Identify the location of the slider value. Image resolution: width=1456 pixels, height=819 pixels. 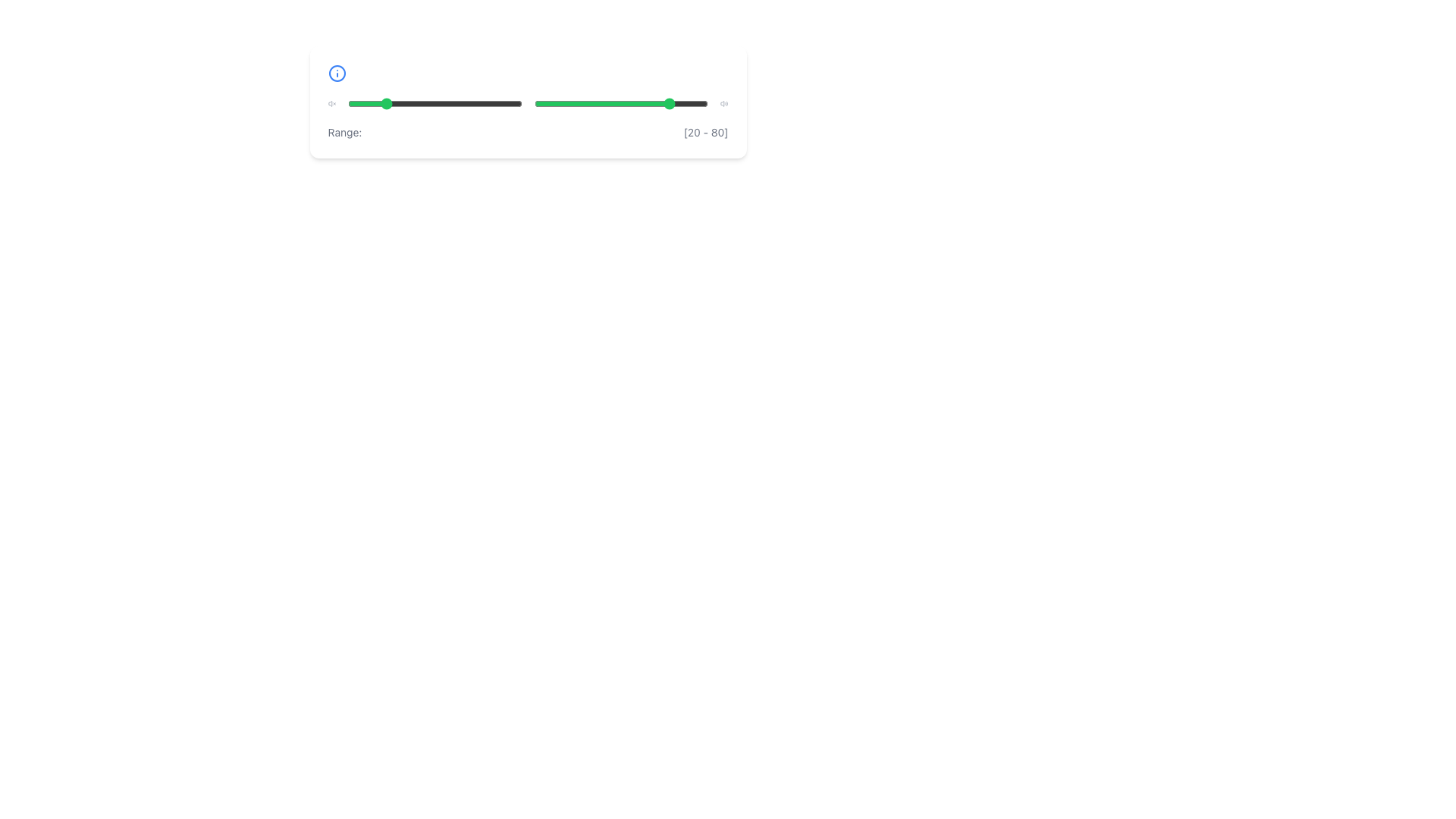
(635, 103).